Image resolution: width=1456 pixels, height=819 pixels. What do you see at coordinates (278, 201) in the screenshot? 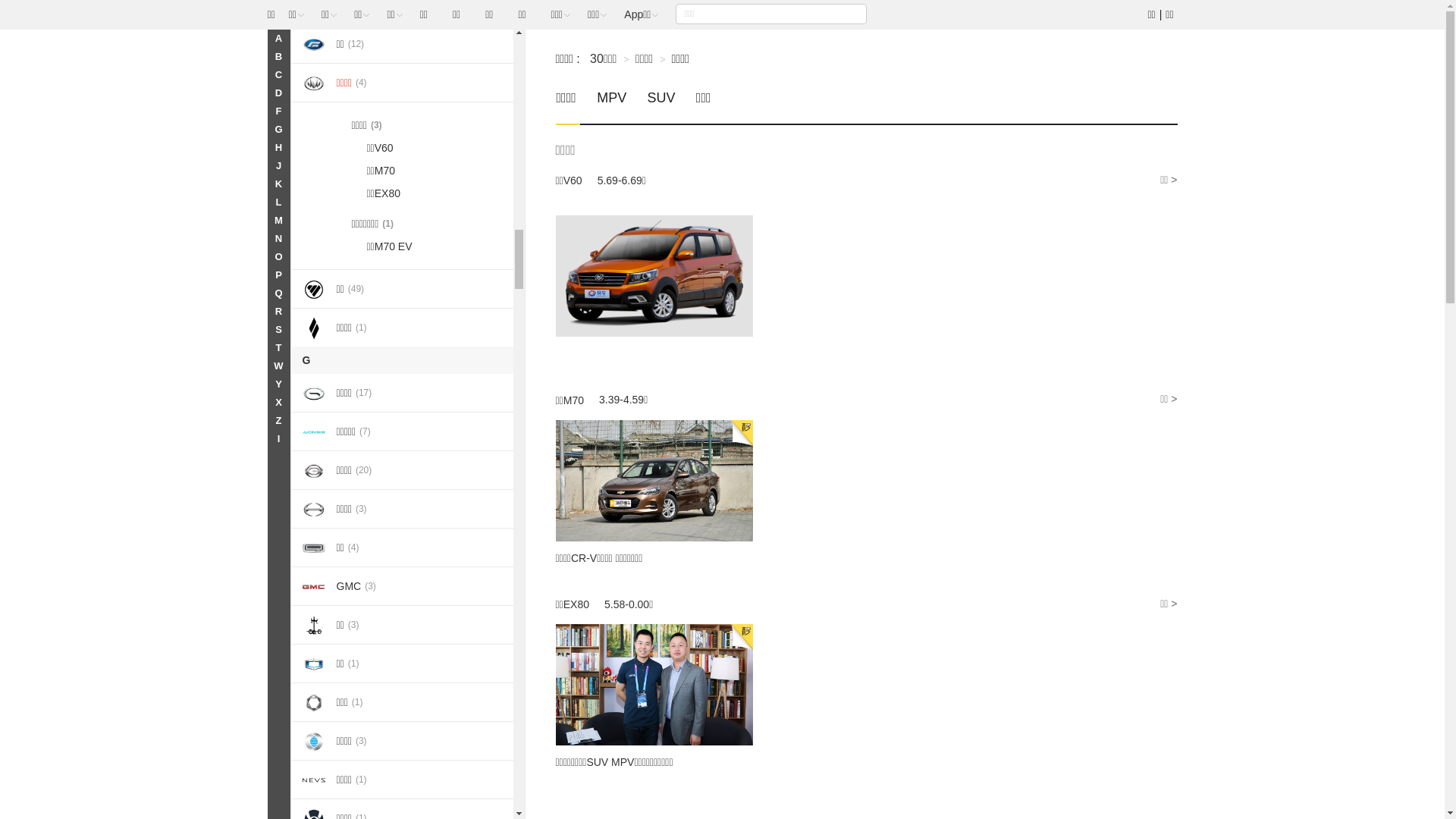
I see `'L'` at bounding box center [278, 201].